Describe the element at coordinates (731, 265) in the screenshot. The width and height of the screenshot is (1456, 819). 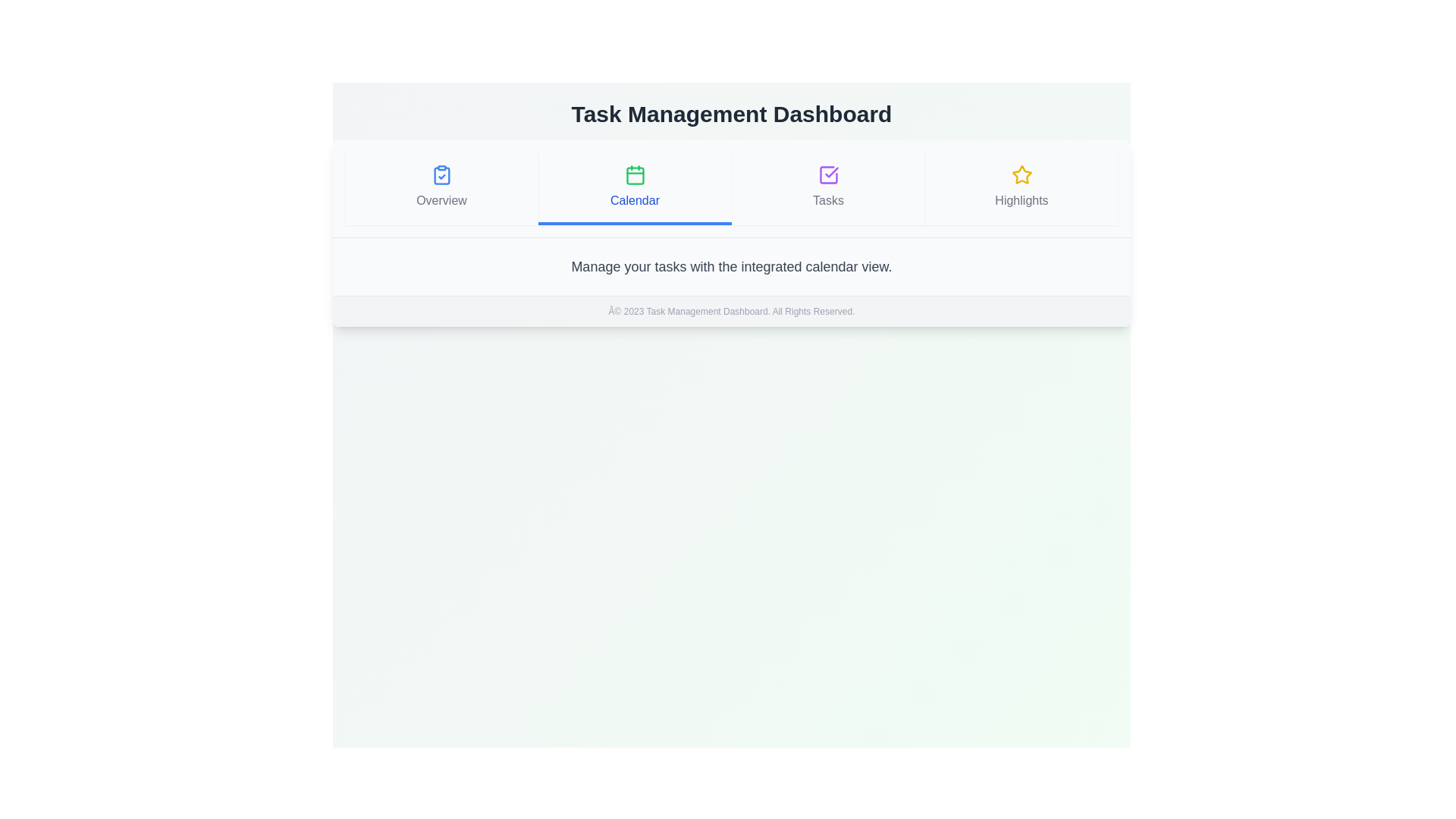
I see `the text block that provides information about the calendar view feature, located below the navigation tabs and above the footer text` at that location.